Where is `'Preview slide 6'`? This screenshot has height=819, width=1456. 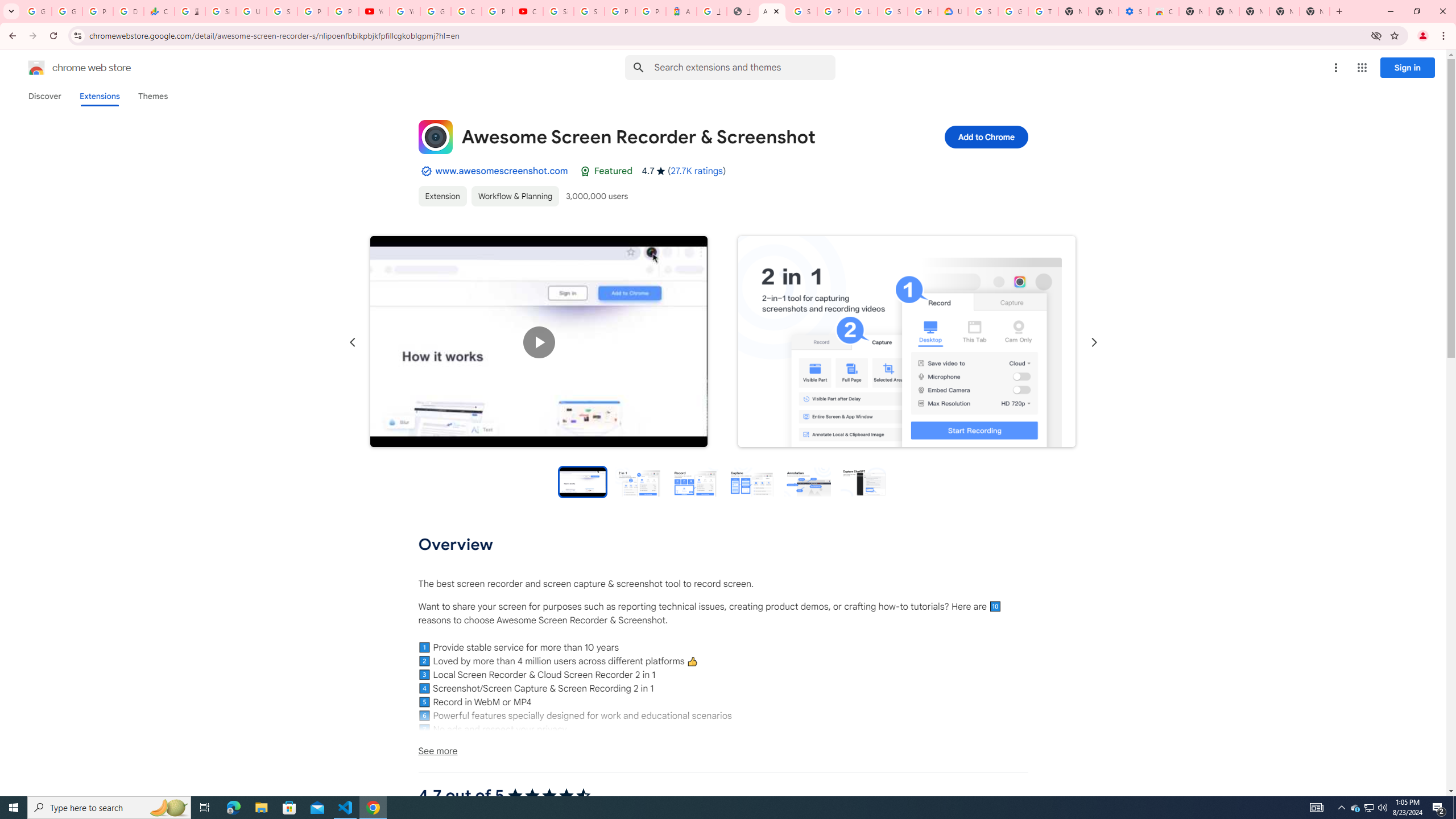
'Preview slide 6' is located at coordinates (863, 481).